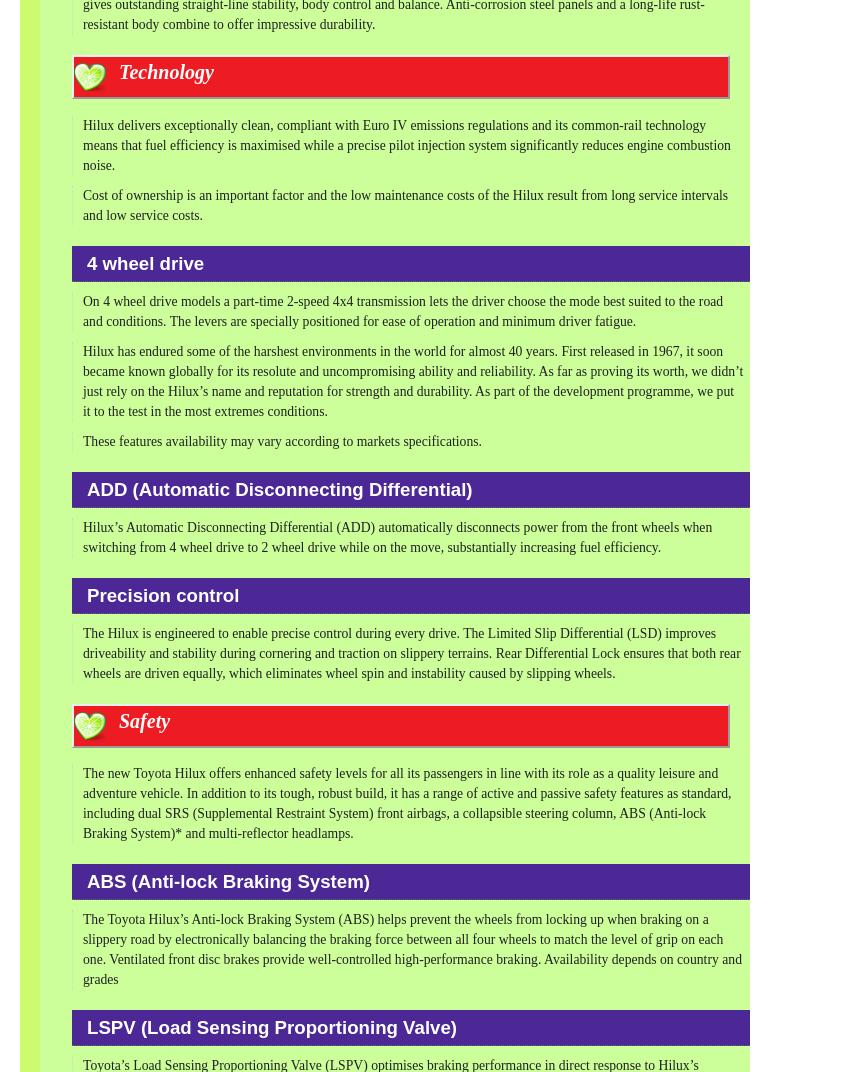  Describe the element at coordinates (410, 652) in the screenshot. I see `'The Hilux is engineered to enable precise control during every drive. The Limited Slip Differential (LSD) improves driveability and stability during cornering and traction on slippery terrains. Rear Differential Lock ensures that both rear wheels are driven equally, which eliminates wheel spin and instability caused by slipping wheels.'` at that location.